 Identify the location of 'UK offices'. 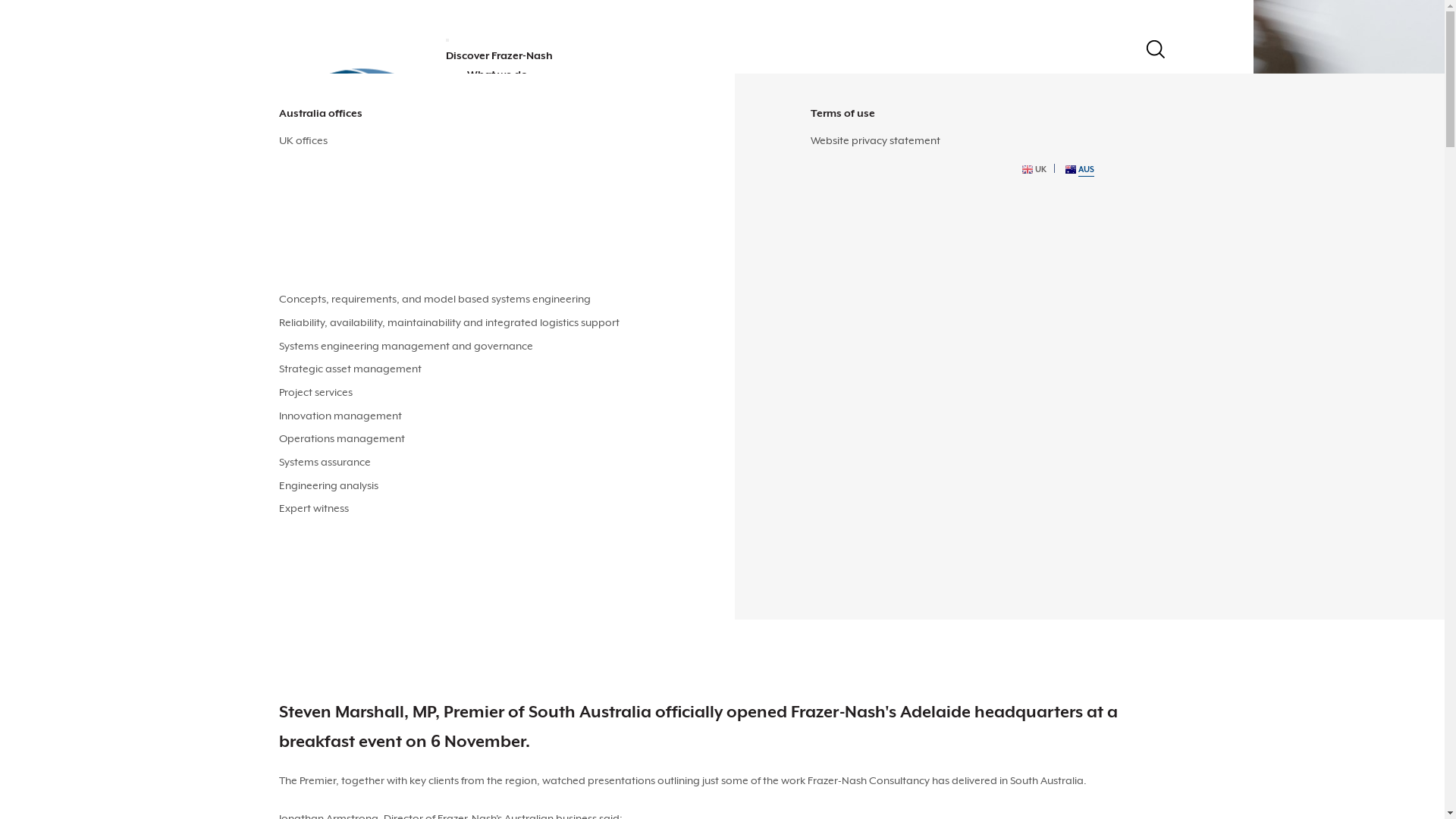
(303, 140).